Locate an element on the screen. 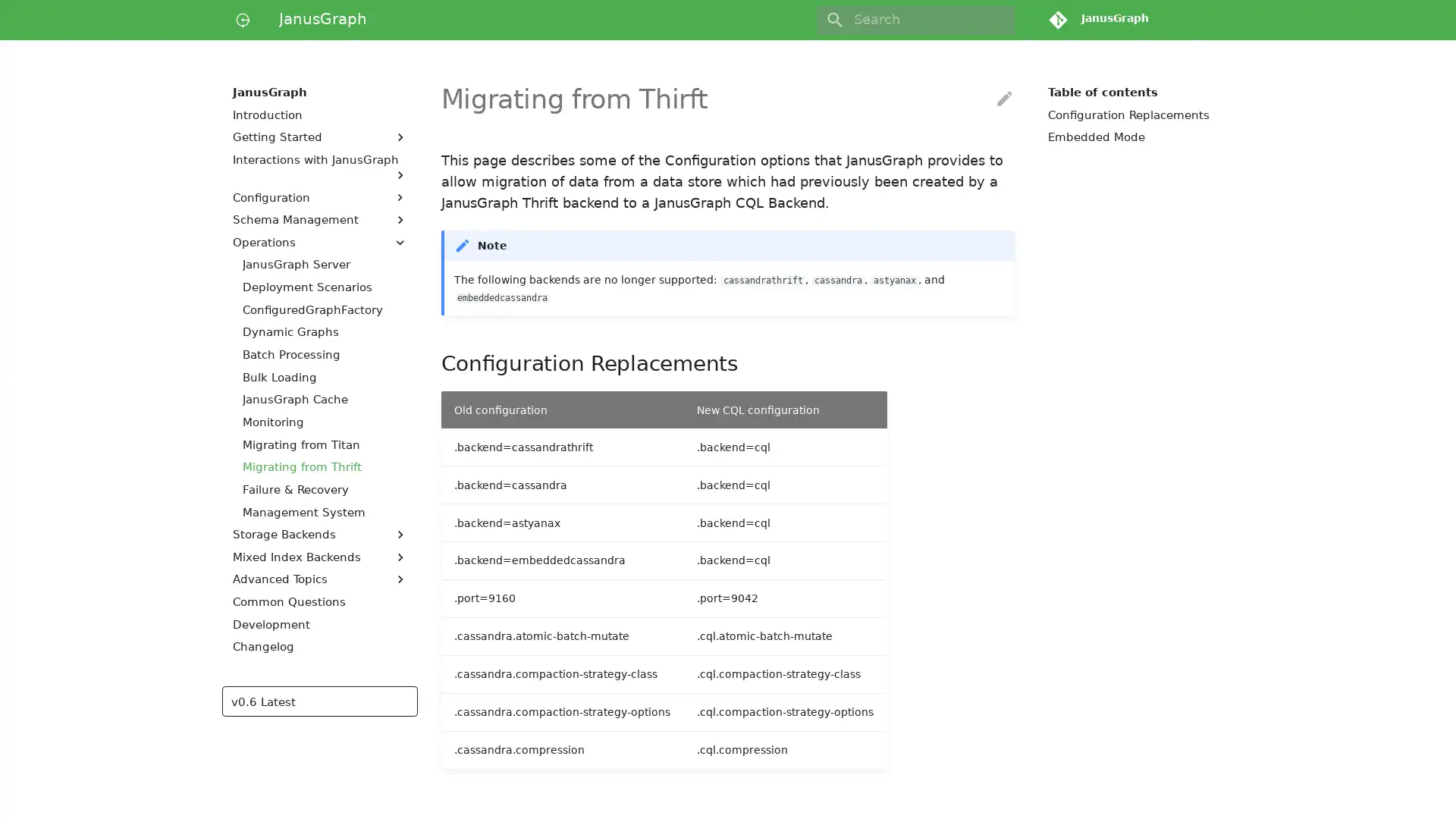  Clear is located at coordinates (996, 20).